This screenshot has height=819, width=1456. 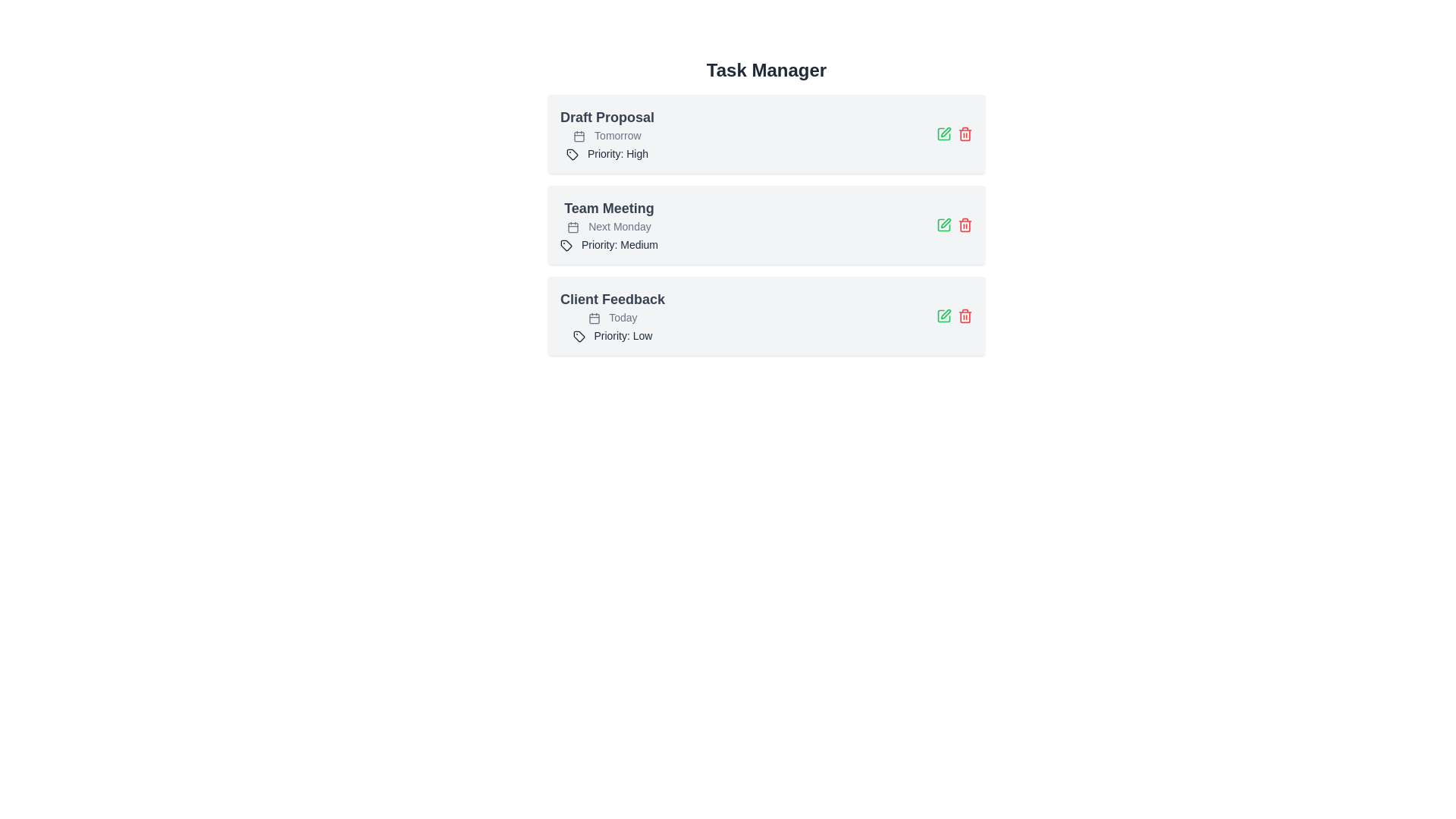 I want to click on the third task card, so click(x=612, y=315).